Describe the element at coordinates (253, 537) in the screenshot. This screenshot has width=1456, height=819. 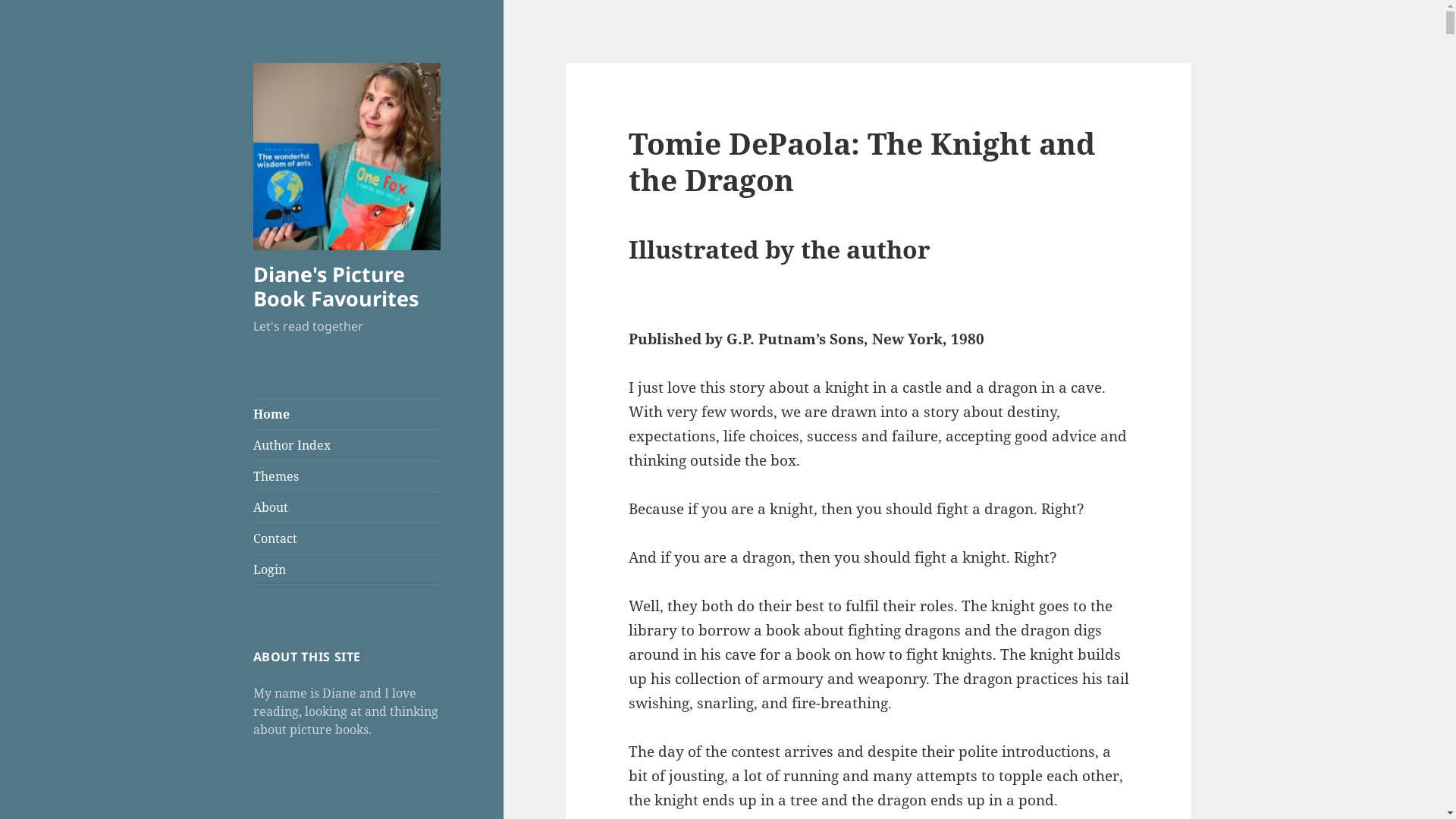
I see `'Contact'` at that location.